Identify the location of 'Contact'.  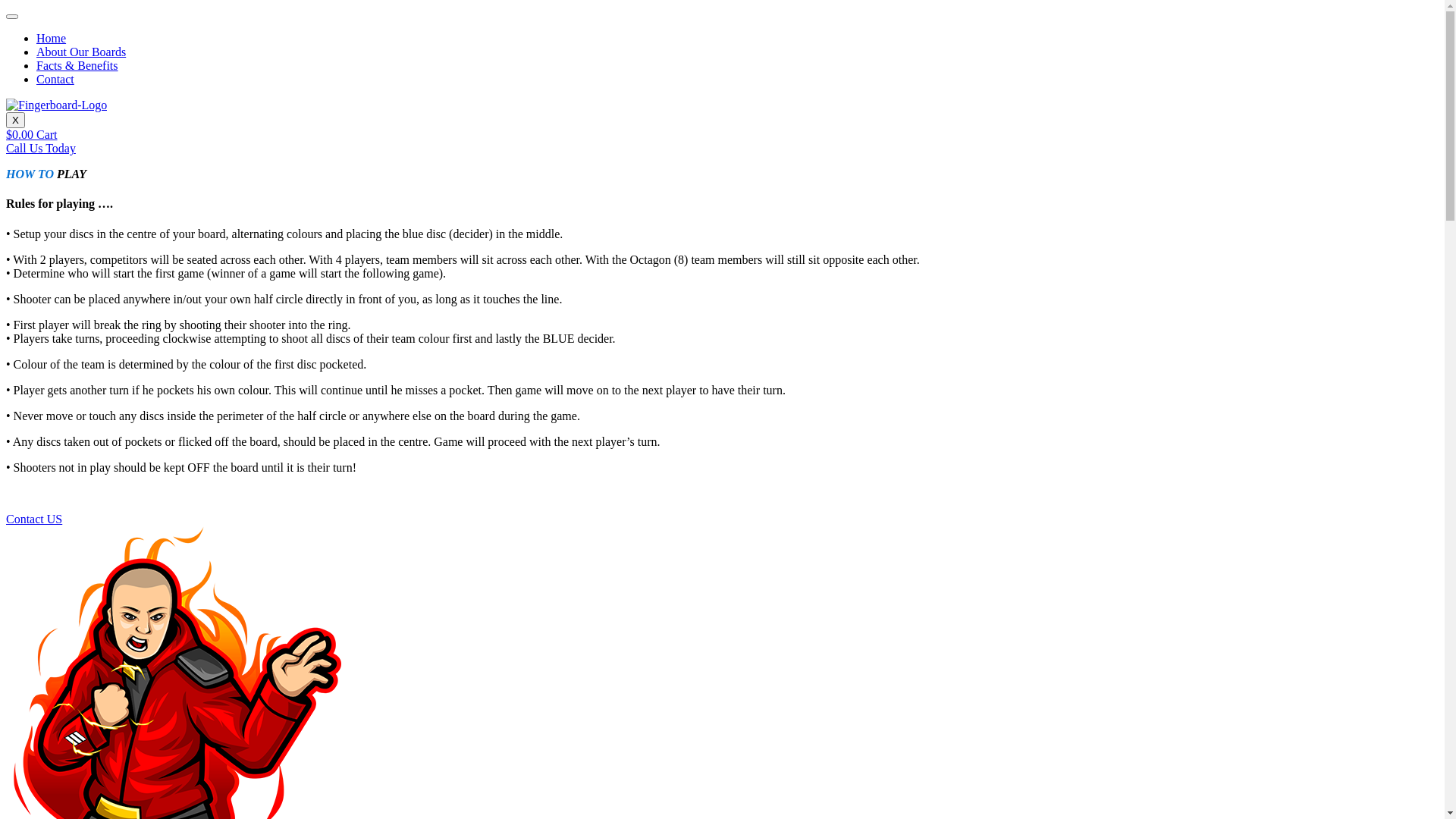
(55, 79).